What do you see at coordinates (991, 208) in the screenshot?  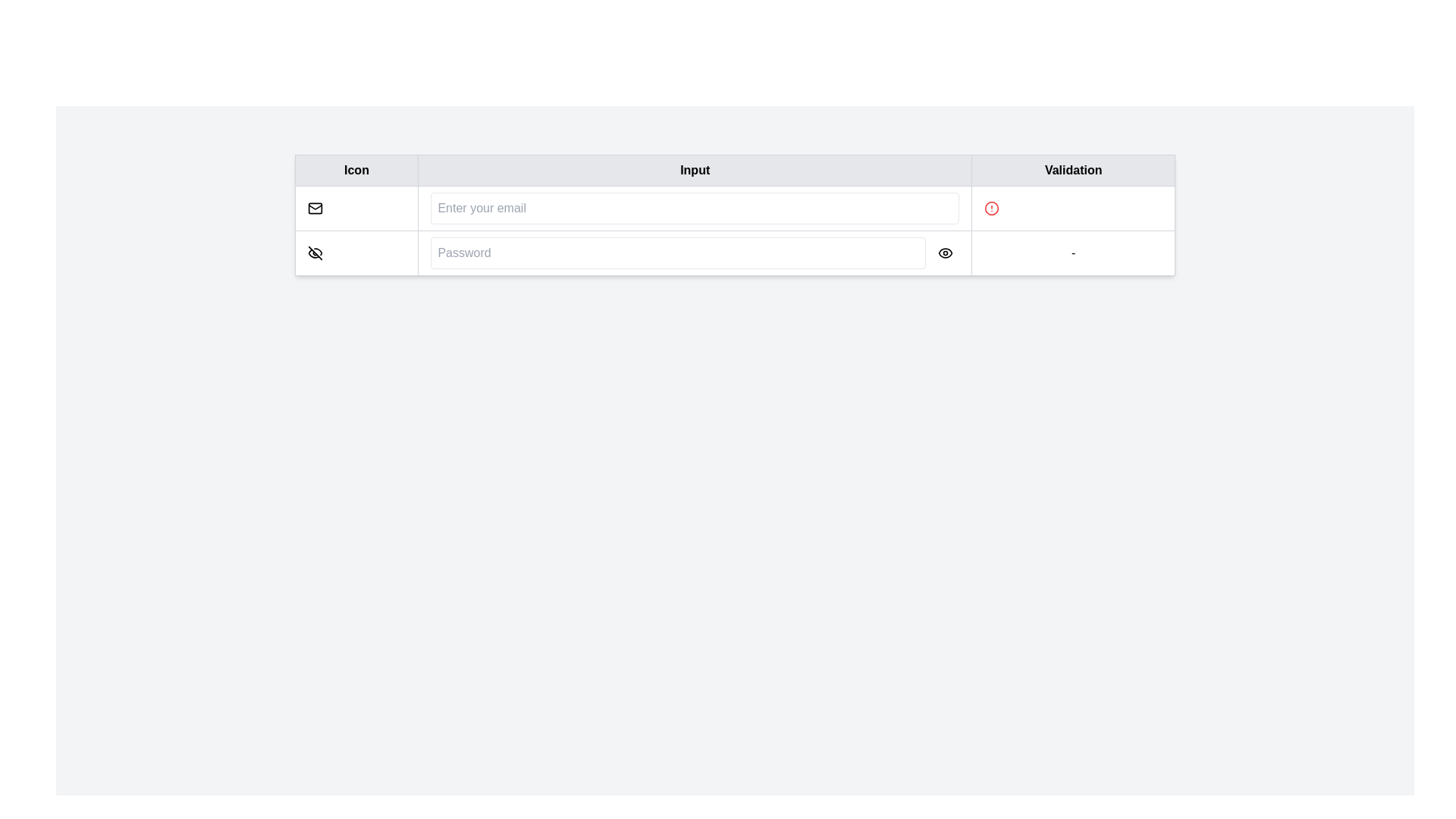 I see `the central circular SVG element with a thin red border that is part of the validation icon in the 'Validation' column next to the 'Enter your email' input field` at bounding box center [991, 208].